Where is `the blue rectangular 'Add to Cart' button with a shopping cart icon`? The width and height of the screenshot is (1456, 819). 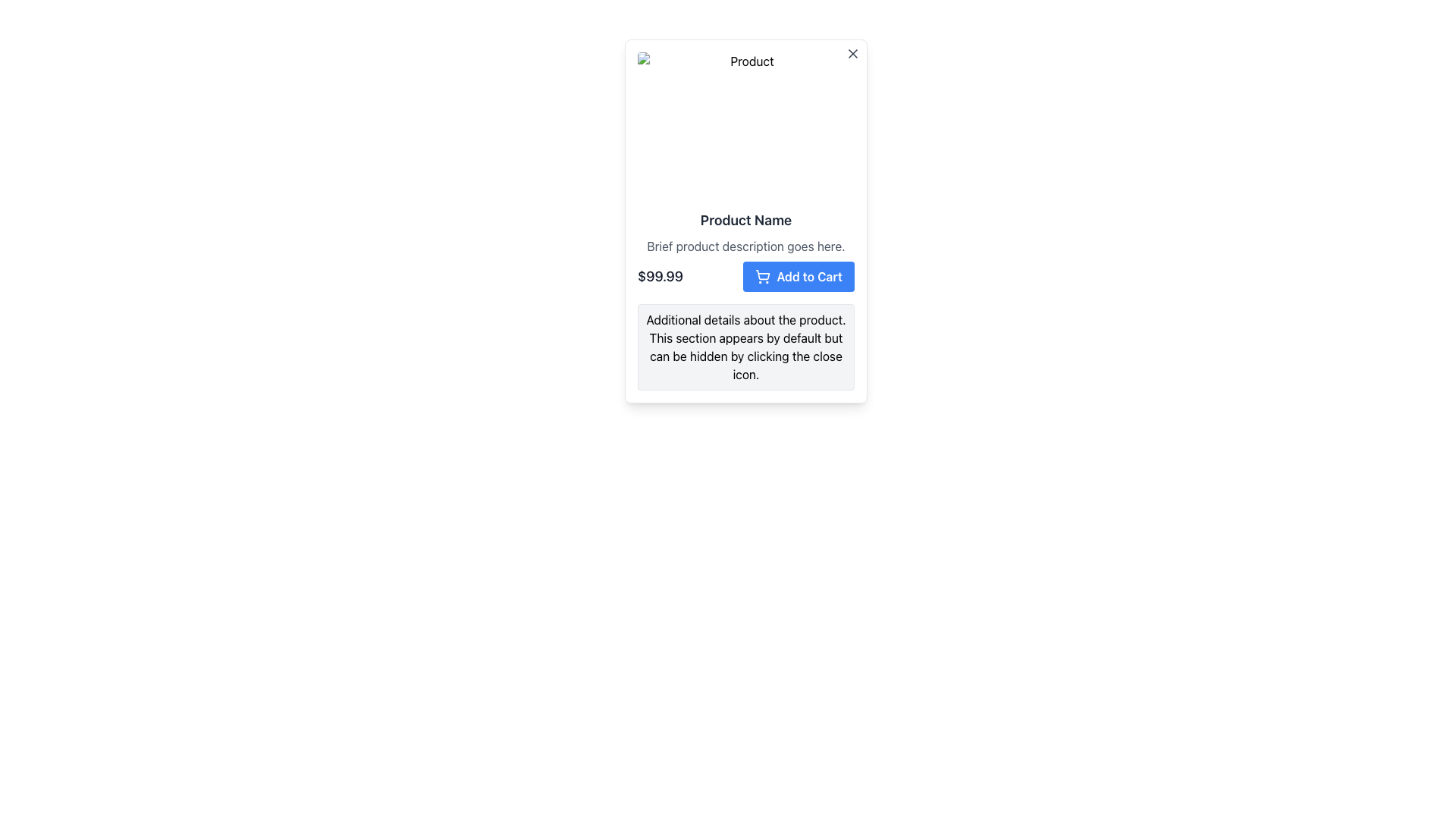
the blue rectangular 'Add to Cart' button with a shopping cart icon is located at coordinates (798, 277).